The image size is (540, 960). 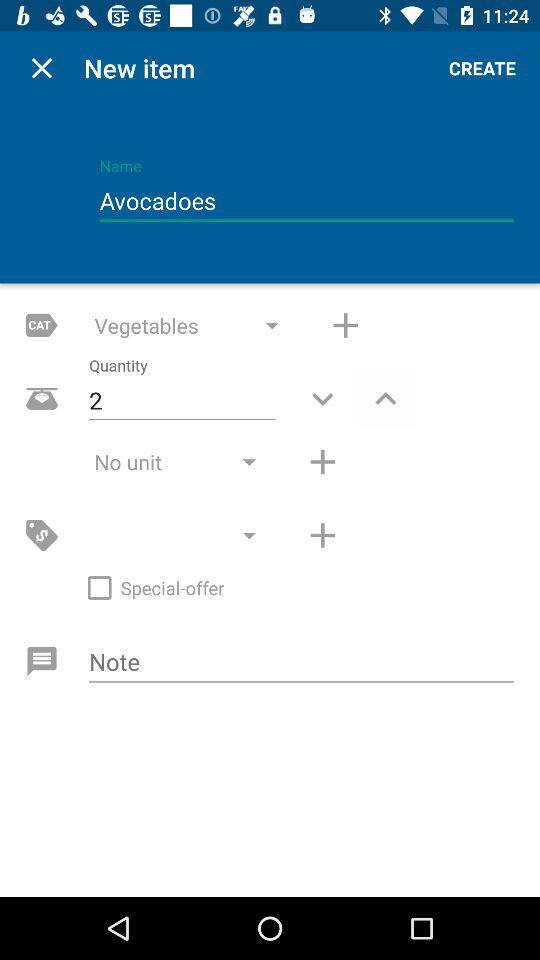 What do you see at coordinates (344, 325) in the screenshot?
I see `incerase` at bounding box center [344, 325].